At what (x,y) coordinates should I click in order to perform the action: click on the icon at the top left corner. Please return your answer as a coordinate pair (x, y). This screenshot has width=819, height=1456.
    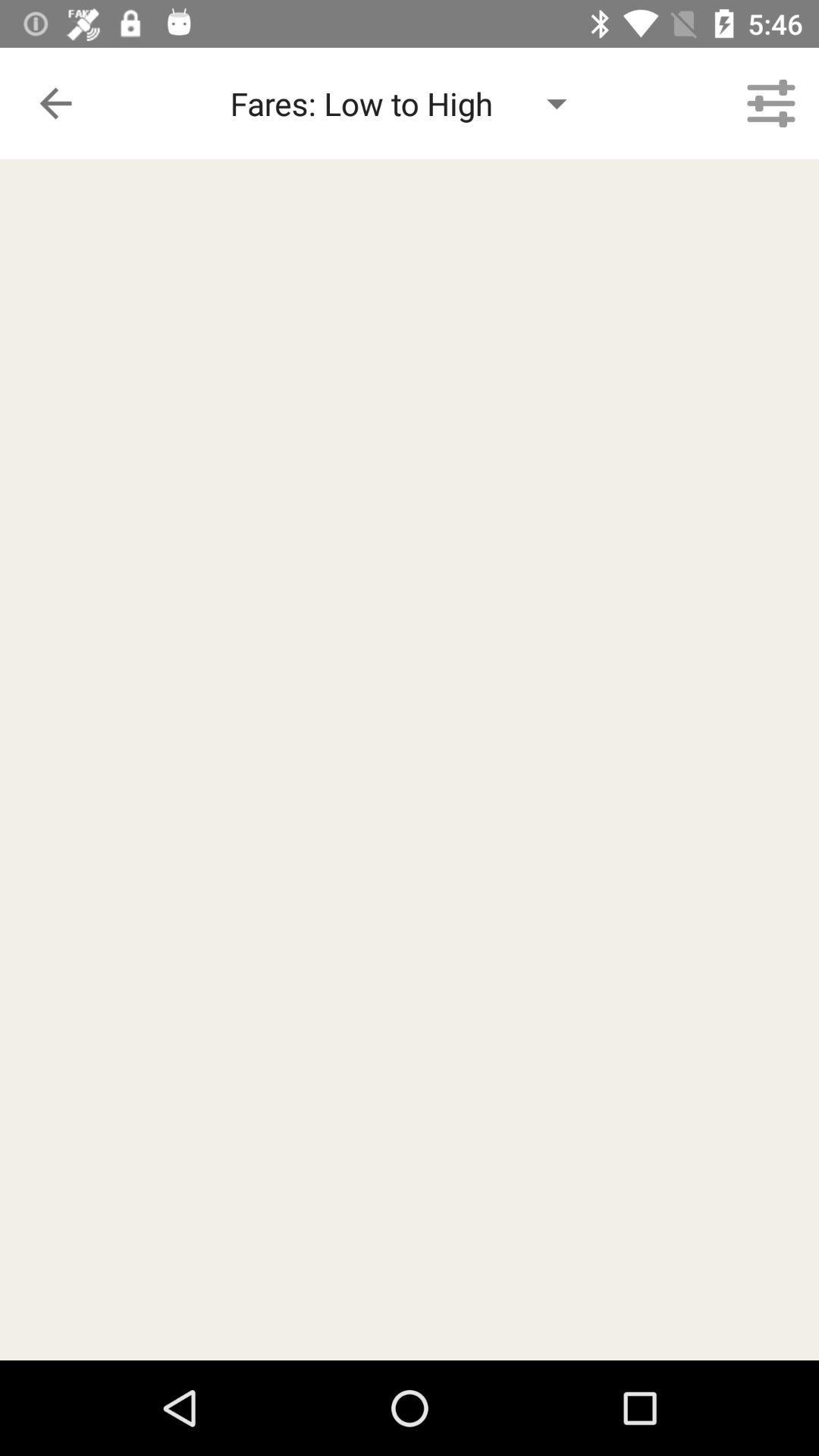
    Looking at the image, I should click on (55, 102).